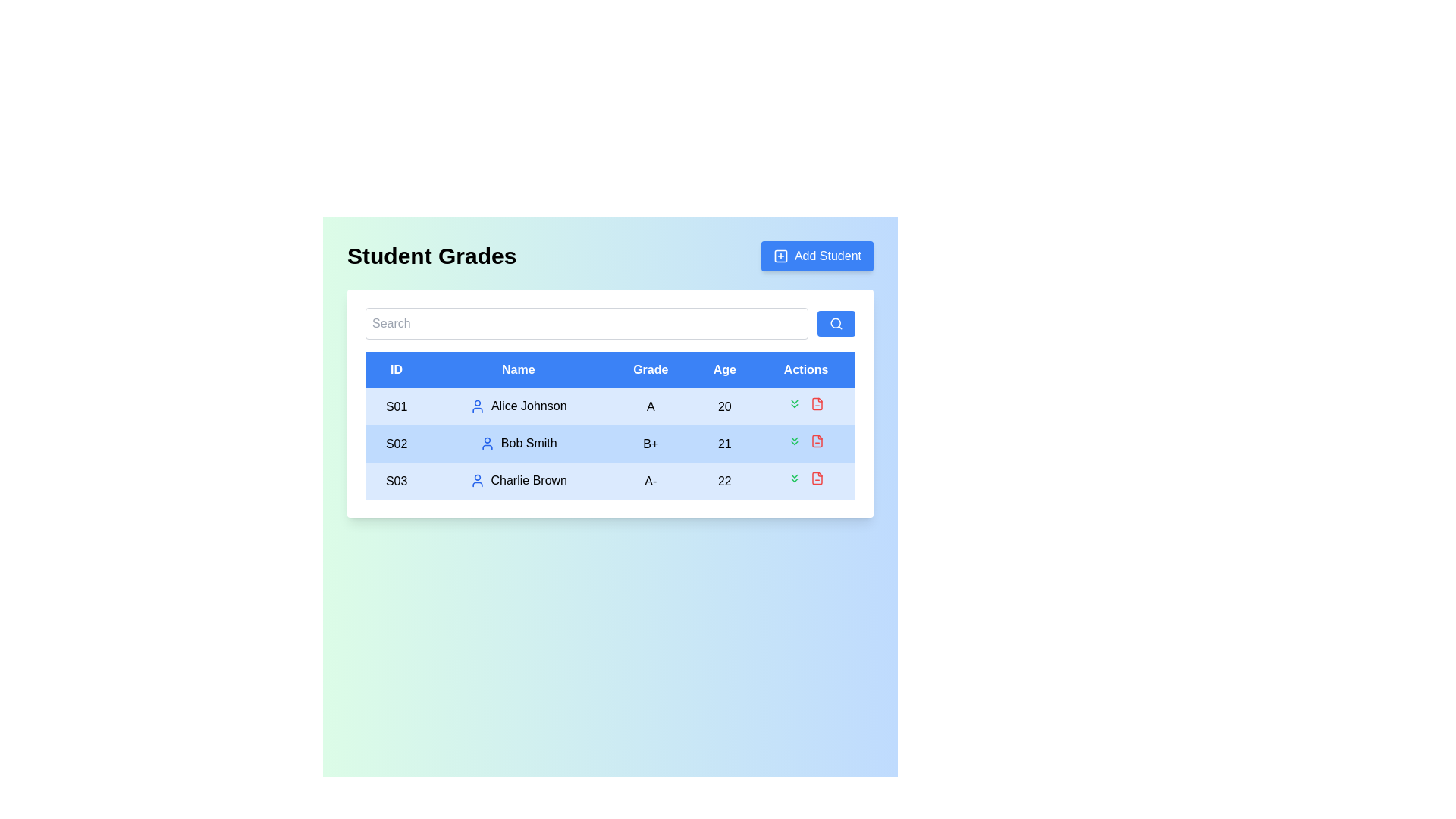 The image size is (1456, 819). What do you see at coordinates (397, 406) in the screenshot?
I see `the text label displaying 'S01' in black, located in the 'ID' column header of the table, under the name 'Alice Johnson'` at bounding box center [397, 406].